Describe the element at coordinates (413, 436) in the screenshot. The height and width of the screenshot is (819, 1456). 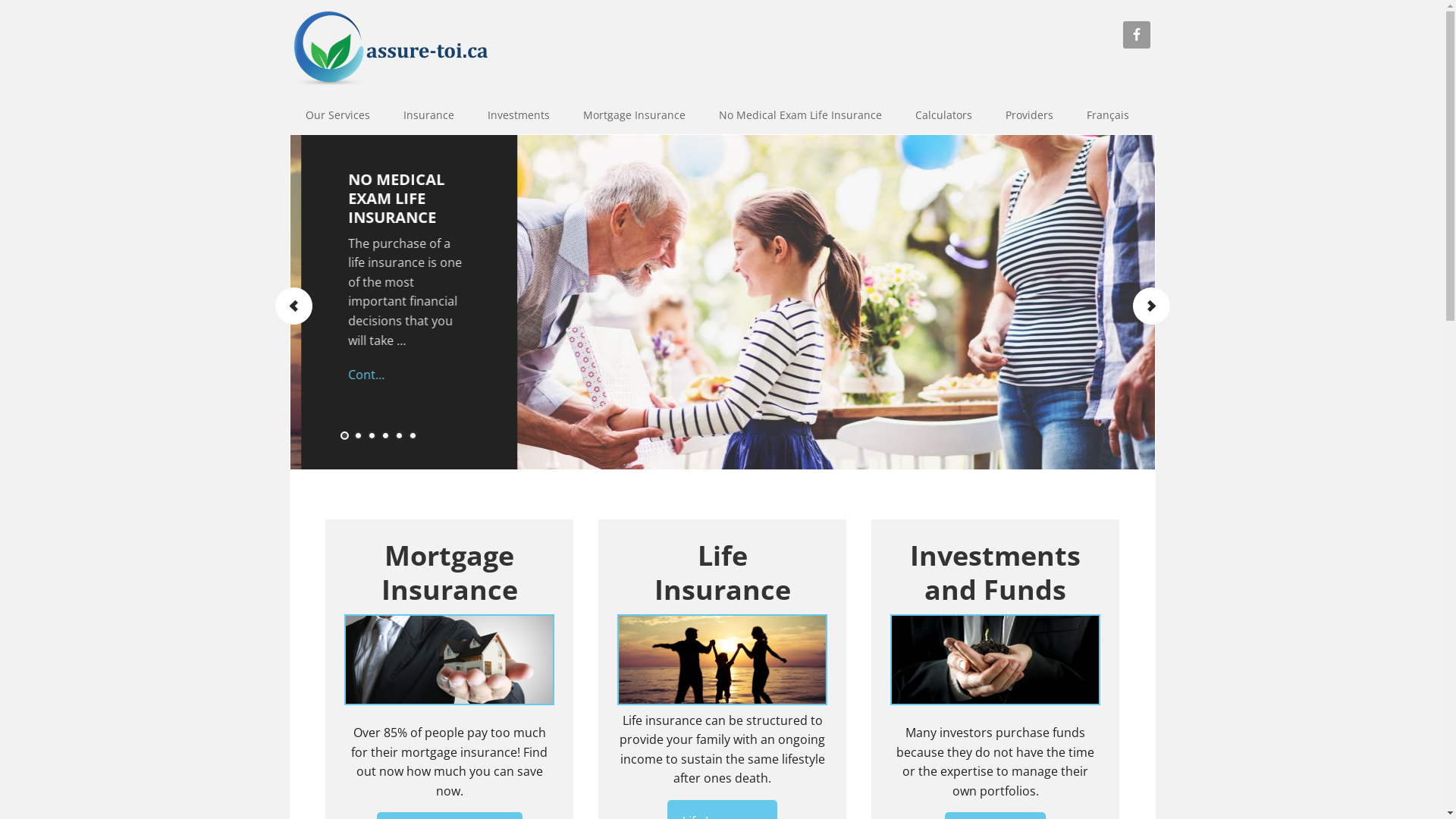
I see `'6'` at that location.